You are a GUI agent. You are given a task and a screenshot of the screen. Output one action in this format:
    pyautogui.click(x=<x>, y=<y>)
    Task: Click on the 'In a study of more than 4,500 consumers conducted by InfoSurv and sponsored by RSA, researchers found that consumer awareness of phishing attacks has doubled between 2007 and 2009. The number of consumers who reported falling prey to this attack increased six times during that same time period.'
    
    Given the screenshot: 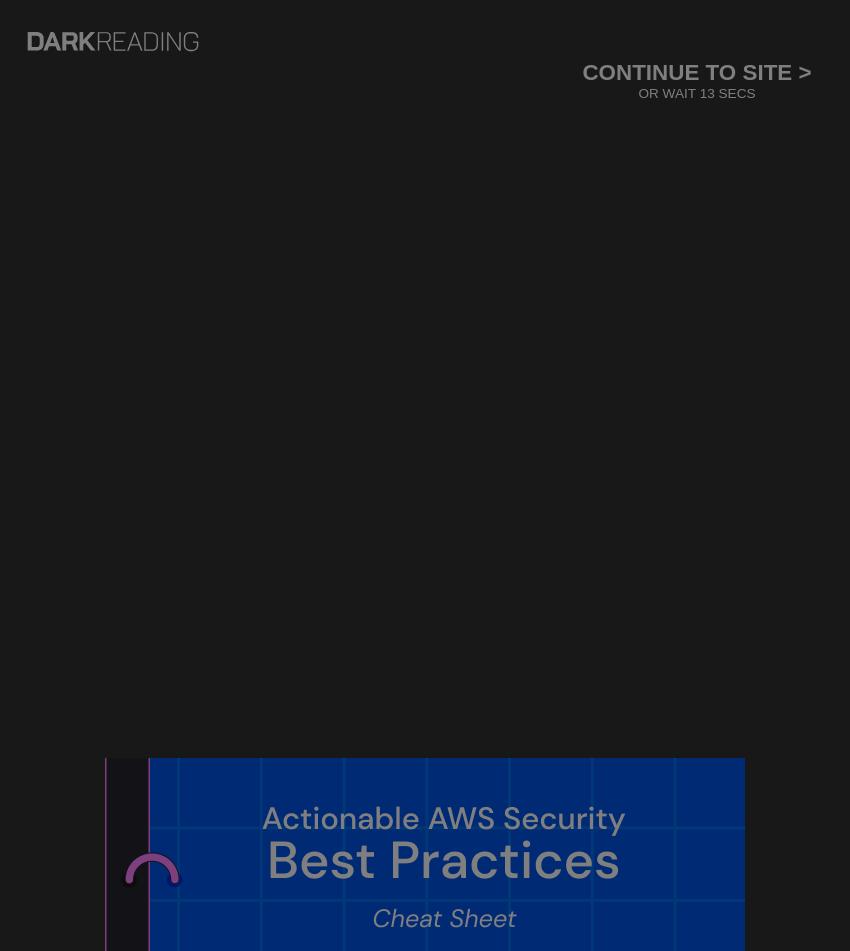 What is the action you would take?
    pyautogui.click(x=256, y=812)
    